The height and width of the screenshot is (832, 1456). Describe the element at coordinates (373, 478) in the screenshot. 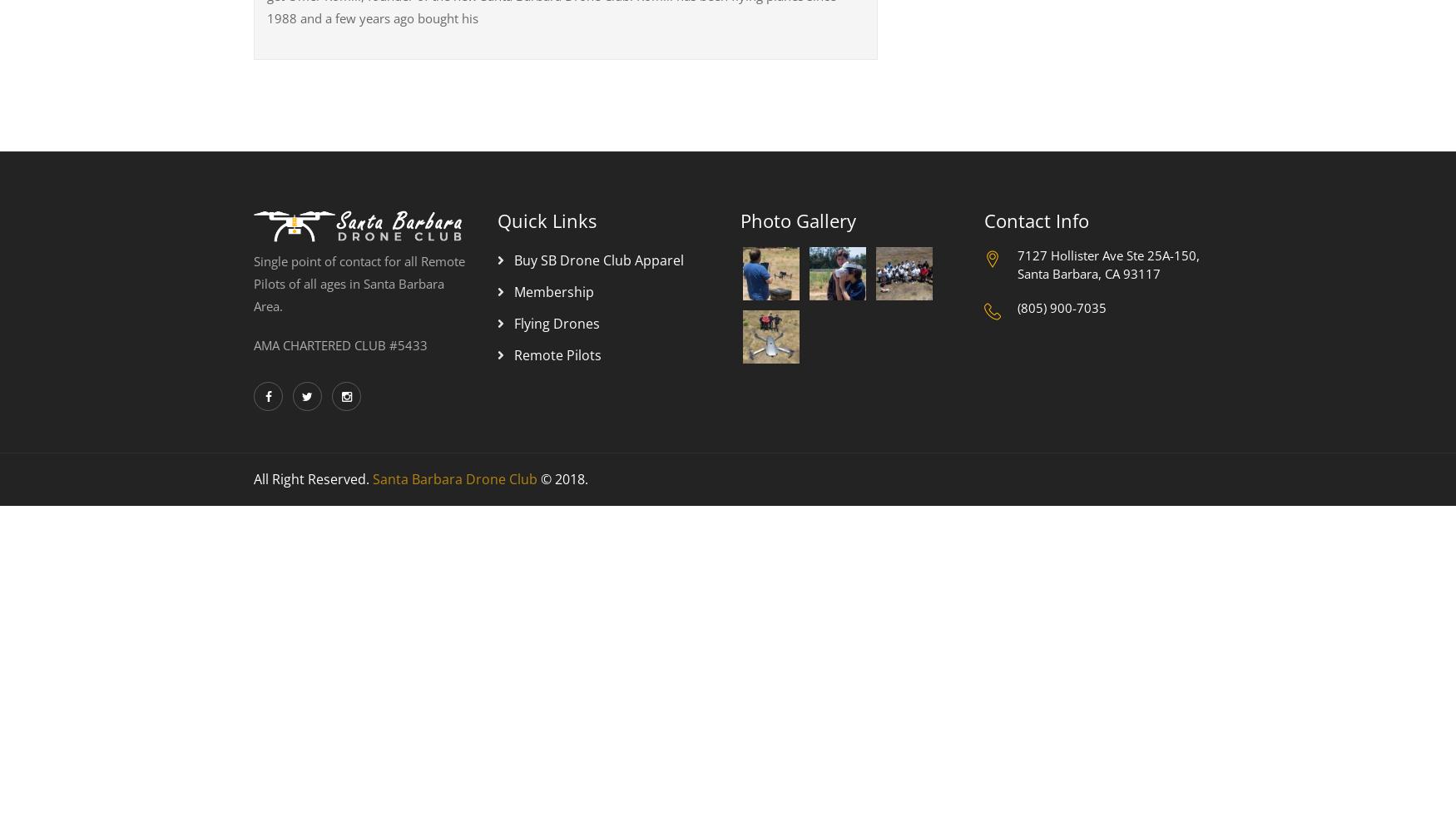

I see `'Santa Barbara Drone Club'` at that location.